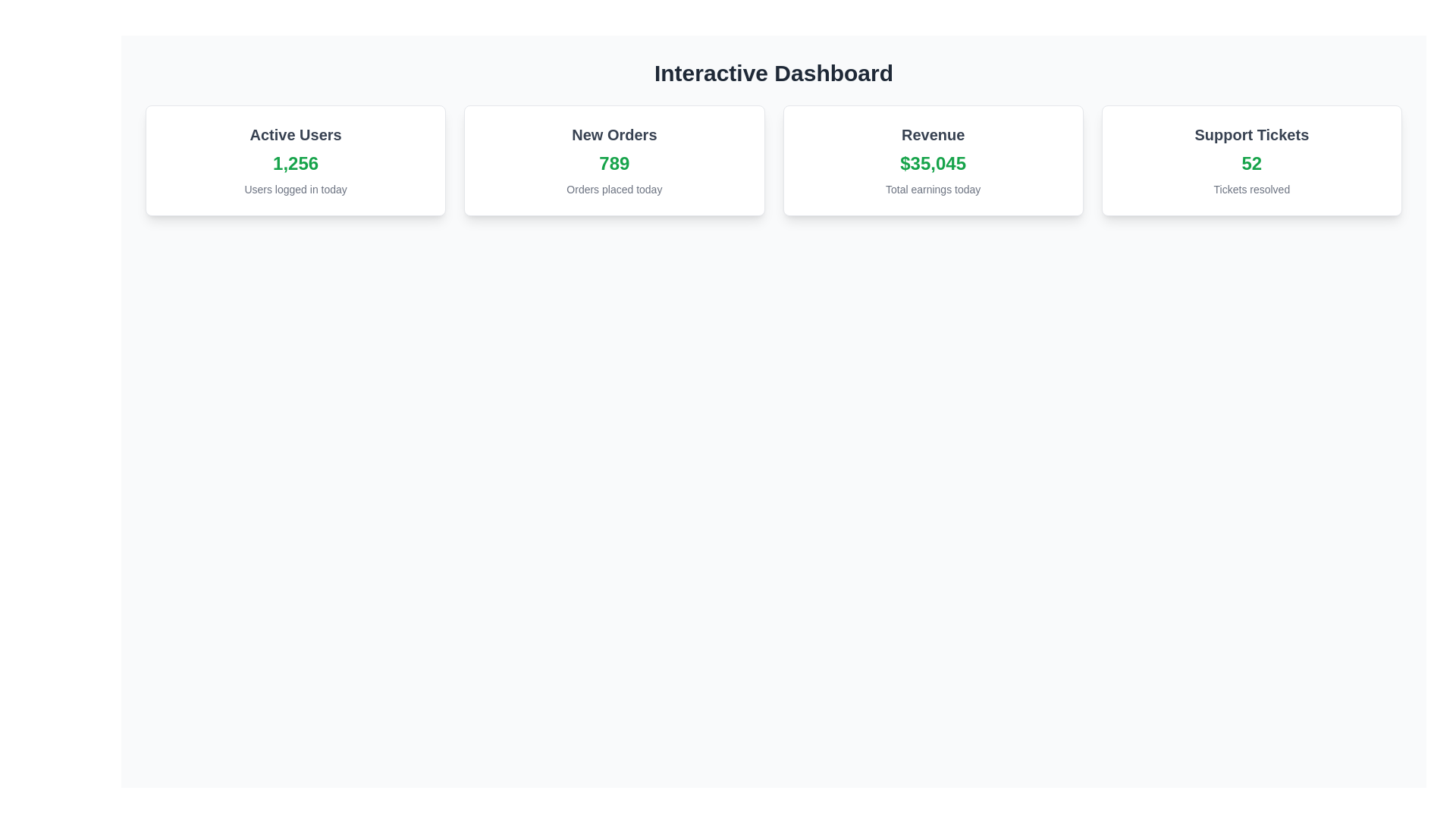  I want to click on the Information card that displays the number of active users and the summary of today's logged-in users, so click(296, 161).